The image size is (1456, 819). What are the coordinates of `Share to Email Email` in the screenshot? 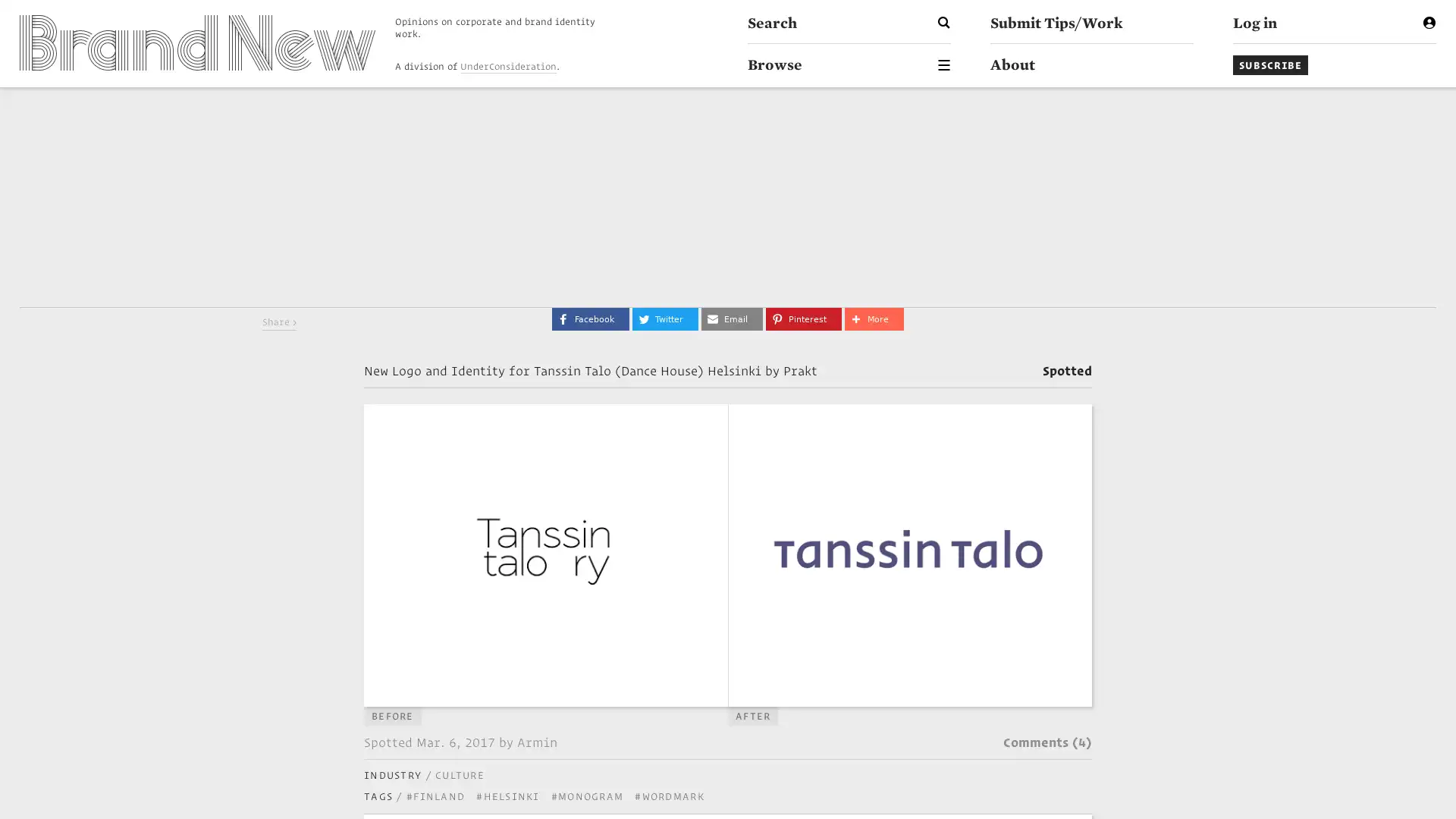 It's located at (732, 318).